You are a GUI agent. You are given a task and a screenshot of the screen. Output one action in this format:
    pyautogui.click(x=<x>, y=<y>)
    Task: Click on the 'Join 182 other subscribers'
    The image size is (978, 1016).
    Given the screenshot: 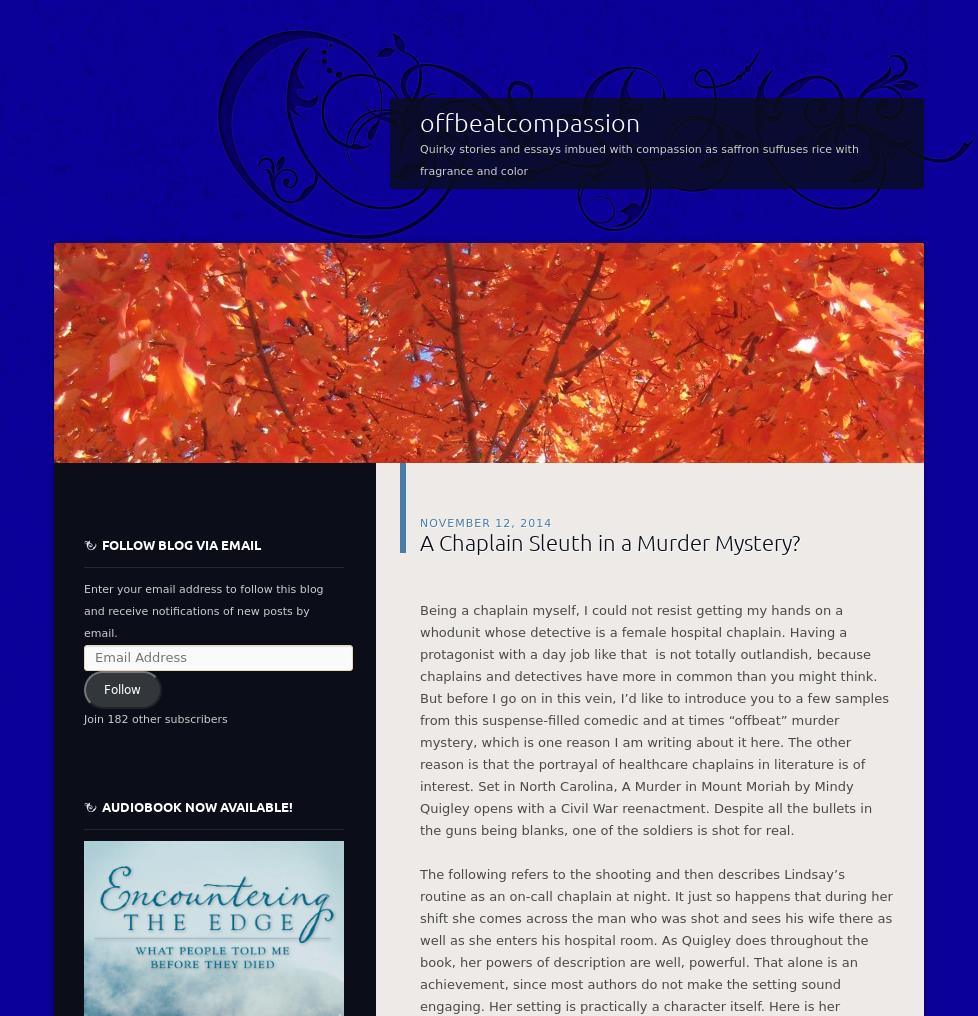 What is the action you would take?
    pyautogui.click(x=84, y=719)
    